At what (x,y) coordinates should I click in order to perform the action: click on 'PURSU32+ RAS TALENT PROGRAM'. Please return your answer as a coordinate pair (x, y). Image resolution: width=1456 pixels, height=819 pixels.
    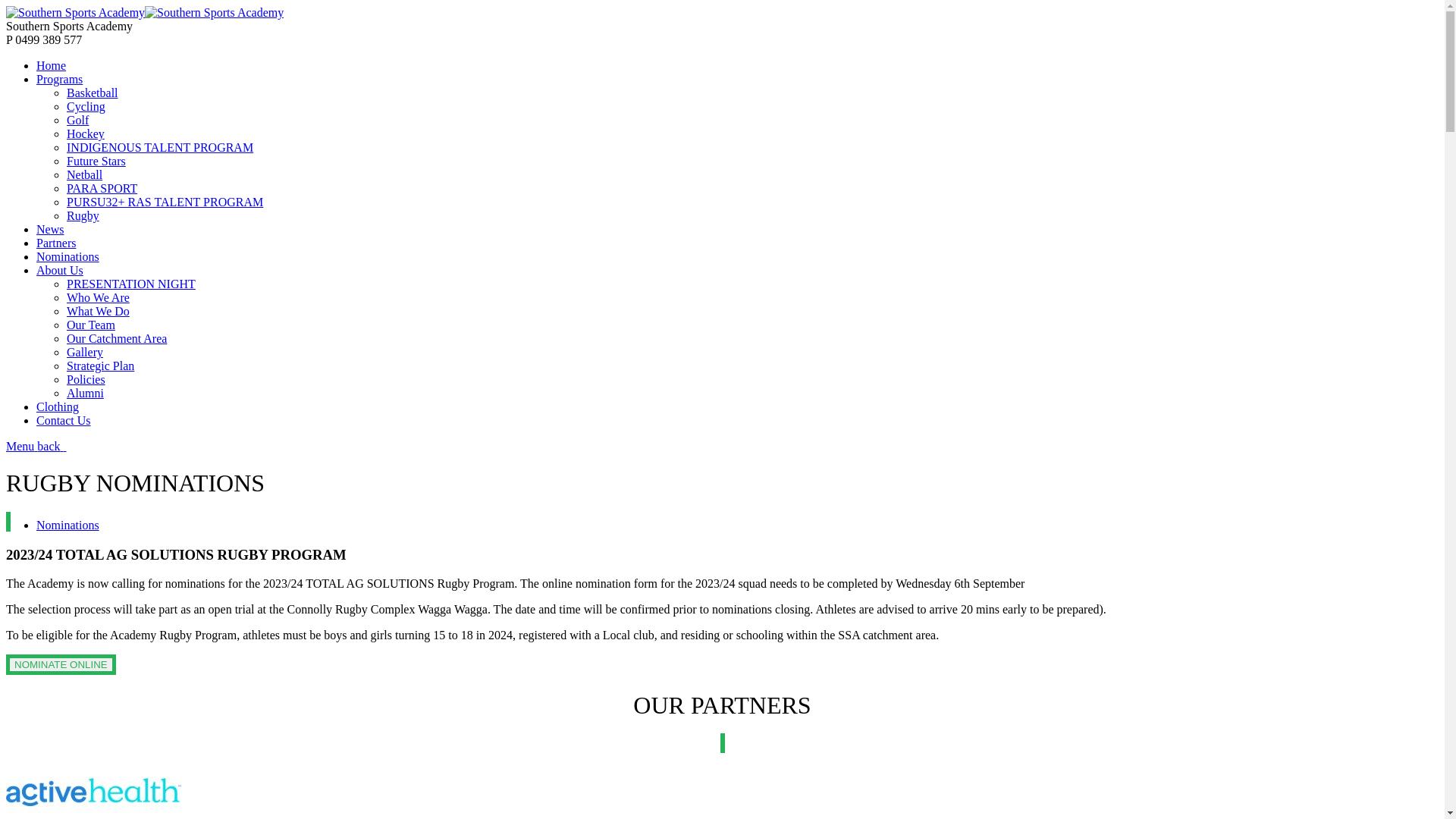
    Looking at the image, I should click on (165, 201).